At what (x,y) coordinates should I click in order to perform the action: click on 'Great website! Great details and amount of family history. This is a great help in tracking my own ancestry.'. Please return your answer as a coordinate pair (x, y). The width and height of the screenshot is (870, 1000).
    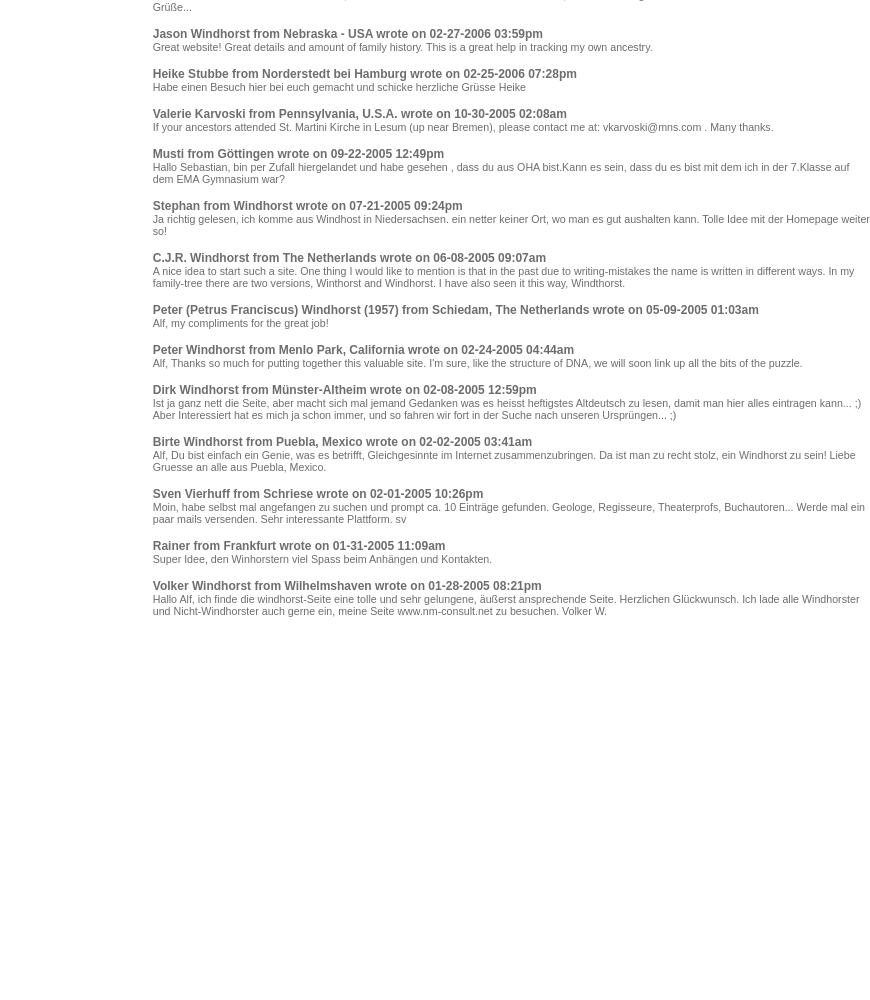
    Looking at the image, I should click on (402, 47).